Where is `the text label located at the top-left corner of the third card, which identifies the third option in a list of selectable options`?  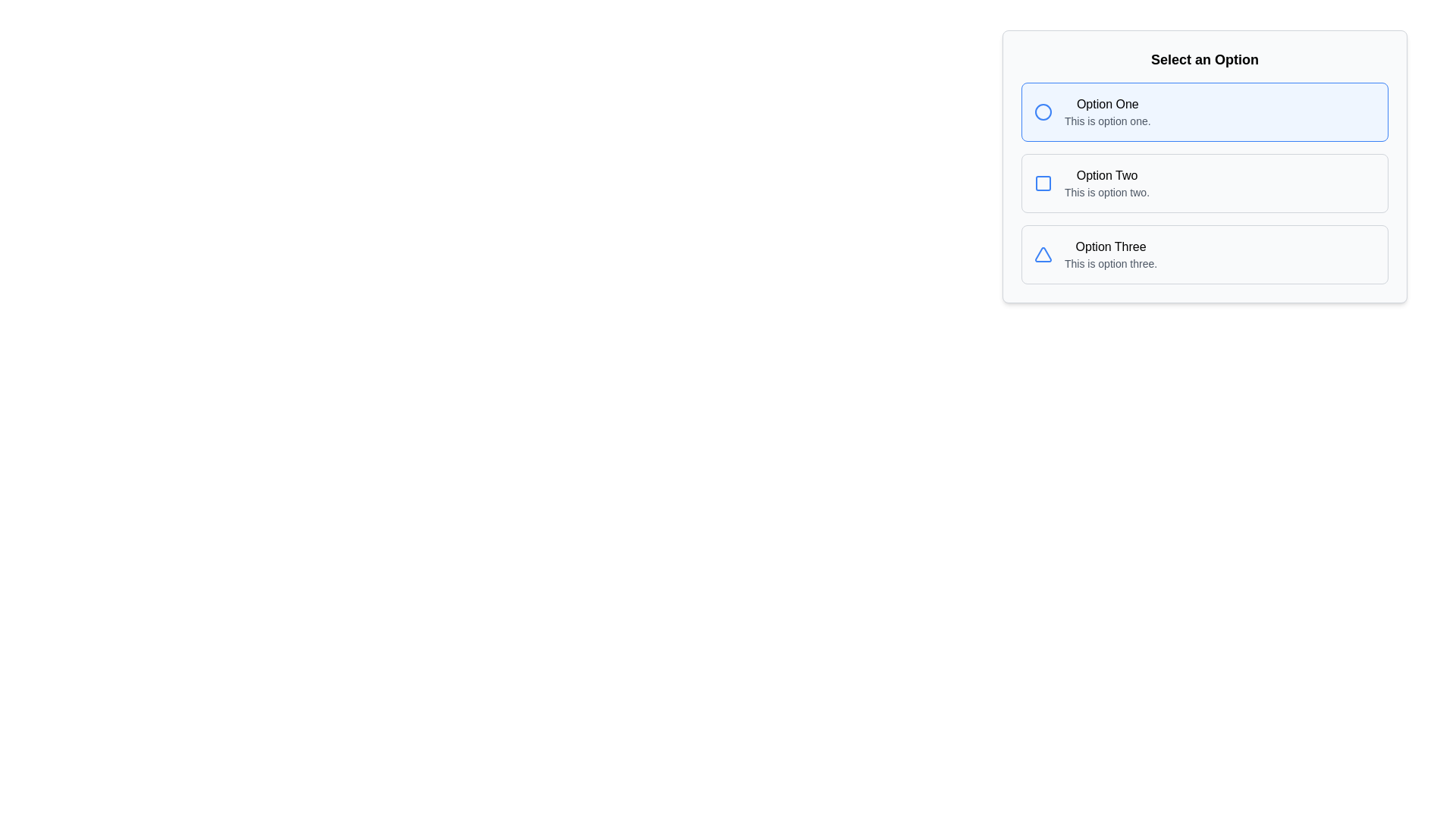 the text label located at the top-left corner of the third card, which identifies the third option in a list of selectable options is located at coordinates (1111, 246).